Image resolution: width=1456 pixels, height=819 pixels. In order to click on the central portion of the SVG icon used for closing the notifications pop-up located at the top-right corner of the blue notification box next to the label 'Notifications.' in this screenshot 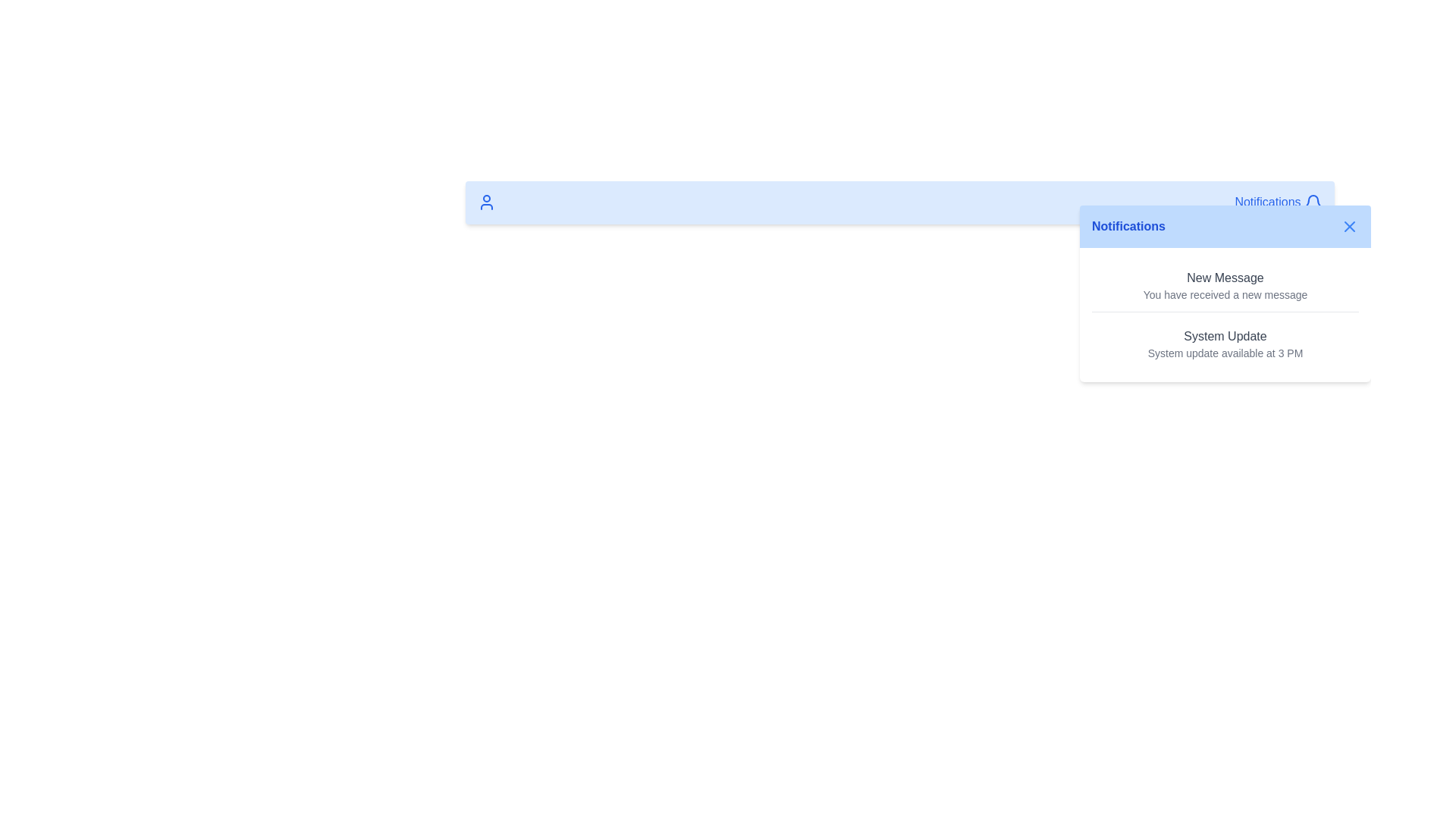, I will do `click(1350, 227)`.